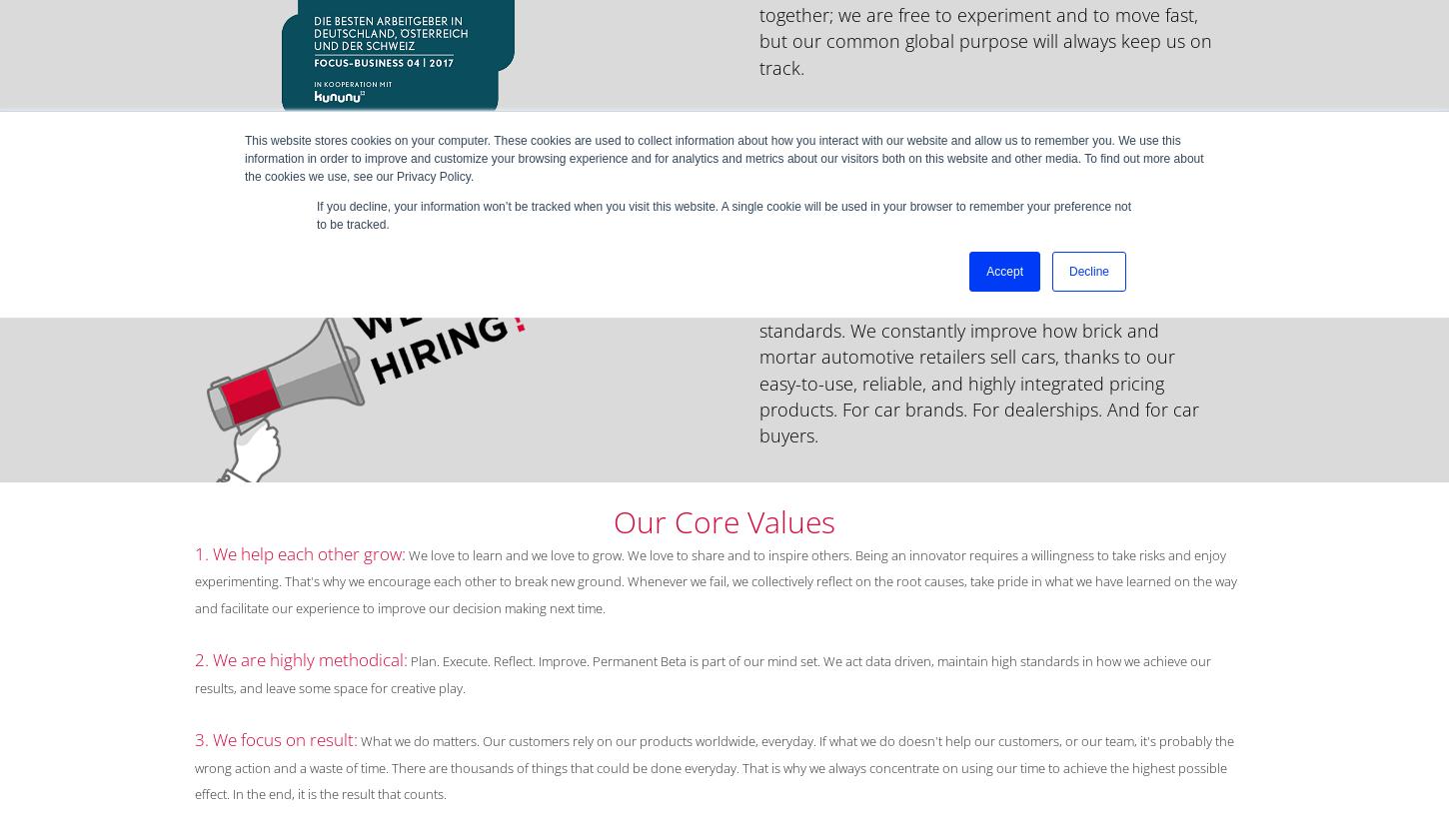 This screenshot has width=1449, height=840. What do you see at coordinates (1003, 270) in the screenshot?
I see `'Accept'` at bounding box center [1003, 270].